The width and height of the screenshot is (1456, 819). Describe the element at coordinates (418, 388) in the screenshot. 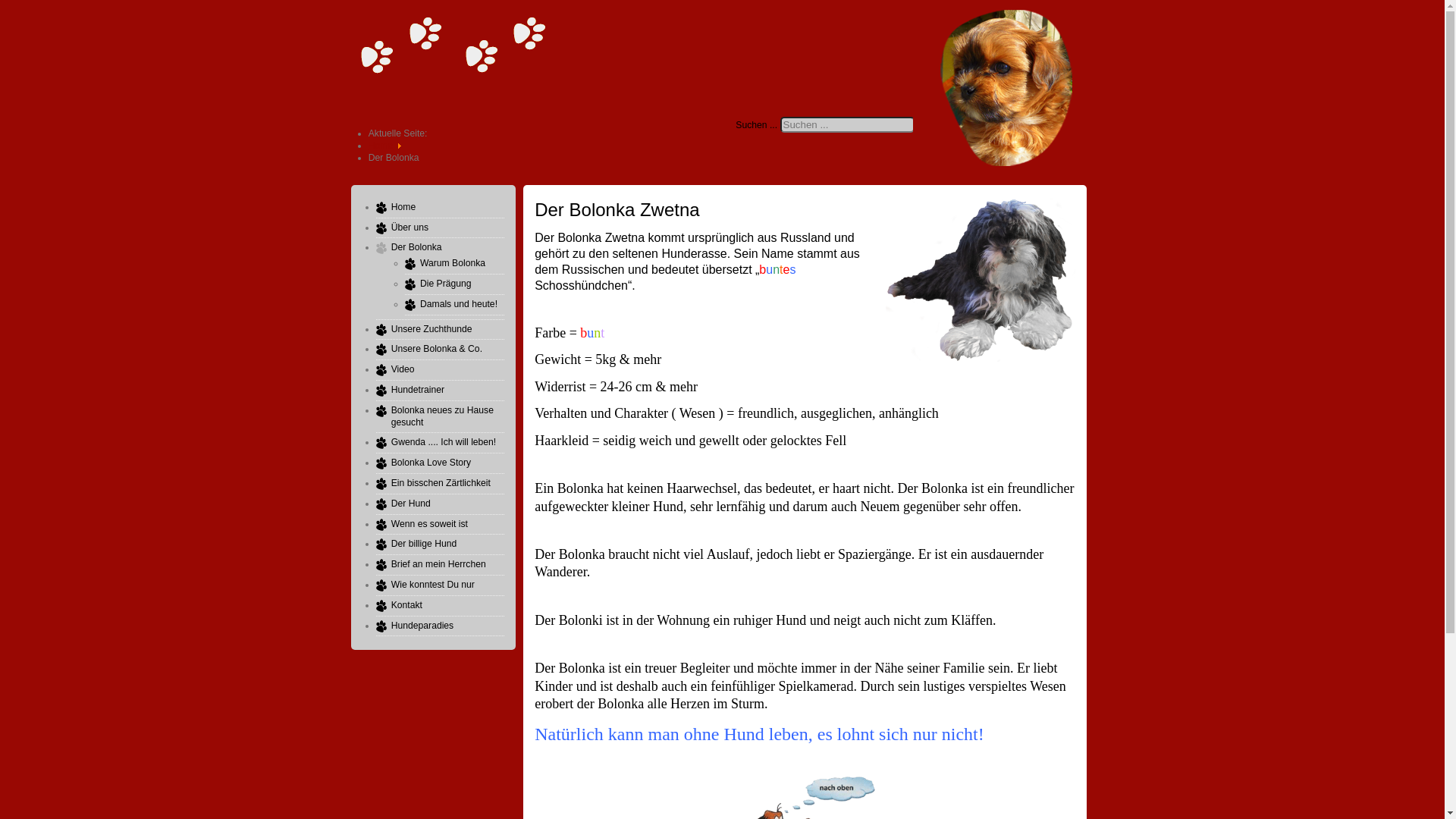

I see `'Hundetrainer'` at that location.